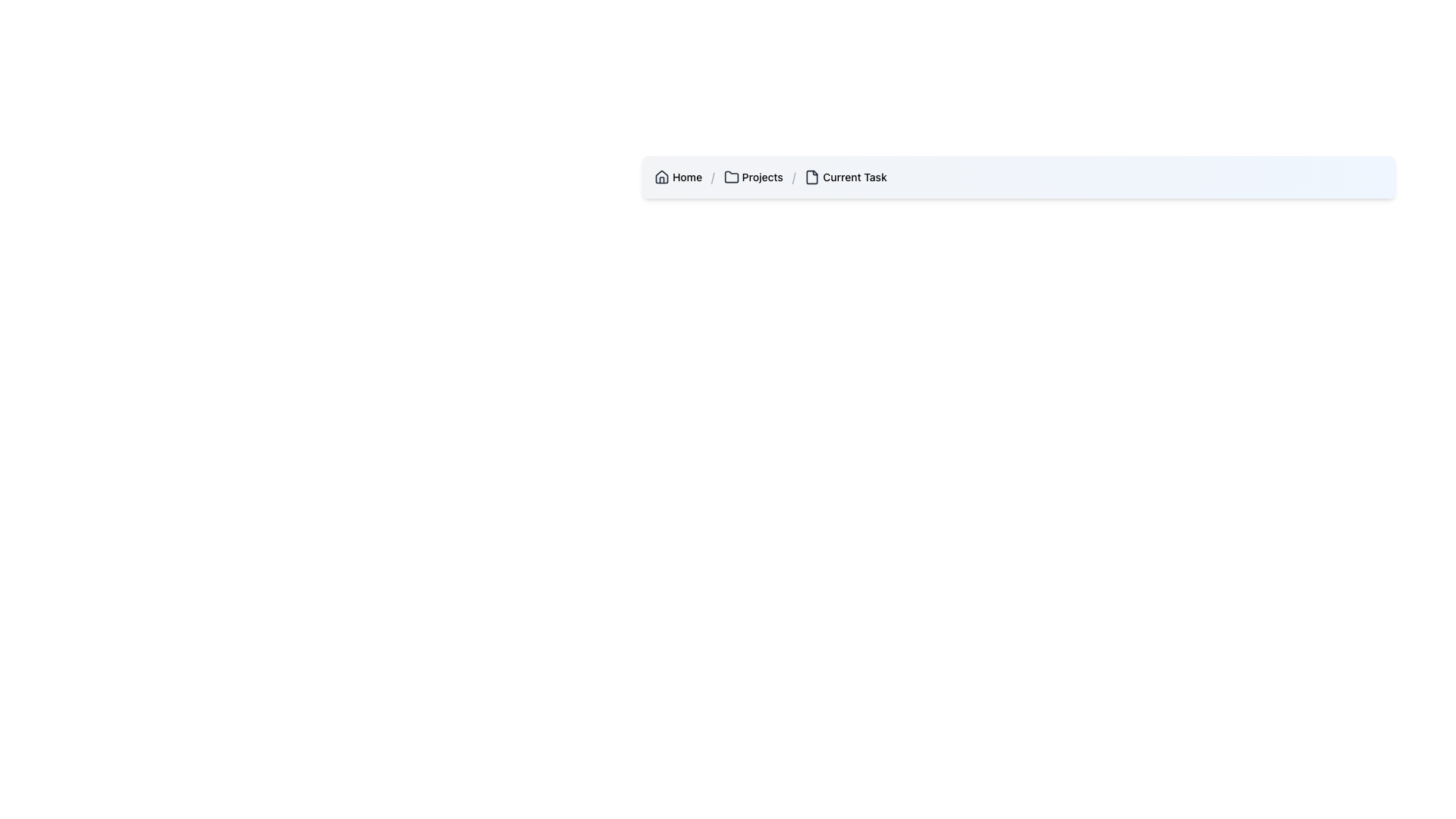 The image size is (1456, 819). I want to click on the separator symbol '/' in the breadcrumb navigation bar, which is styled in gray and positioned between 'Projects' and 'Current Task', so click(793, 177).